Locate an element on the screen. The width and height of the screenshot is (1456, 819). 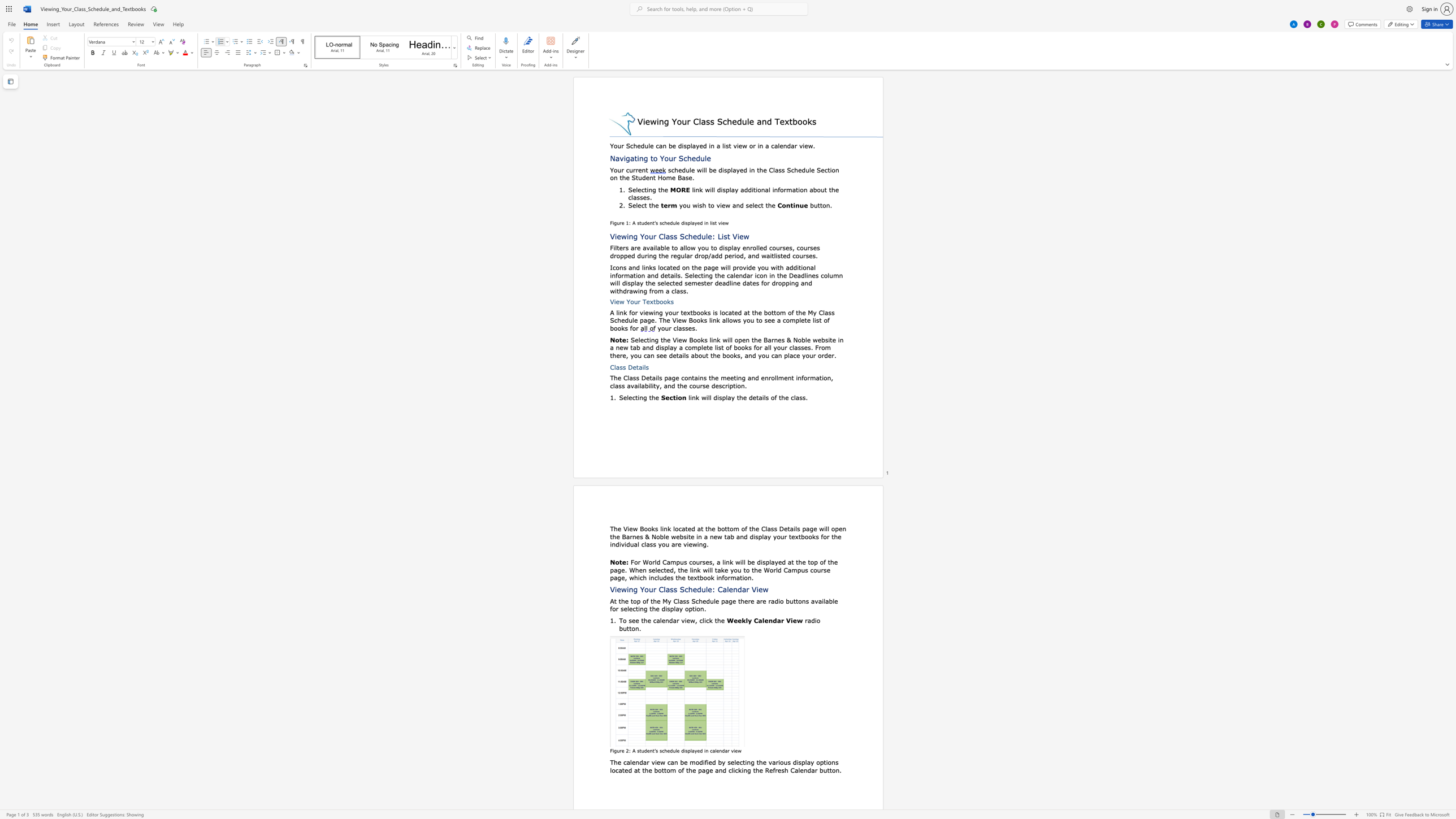
the 3th character "n" in the text is located at coordinates (615, 177).